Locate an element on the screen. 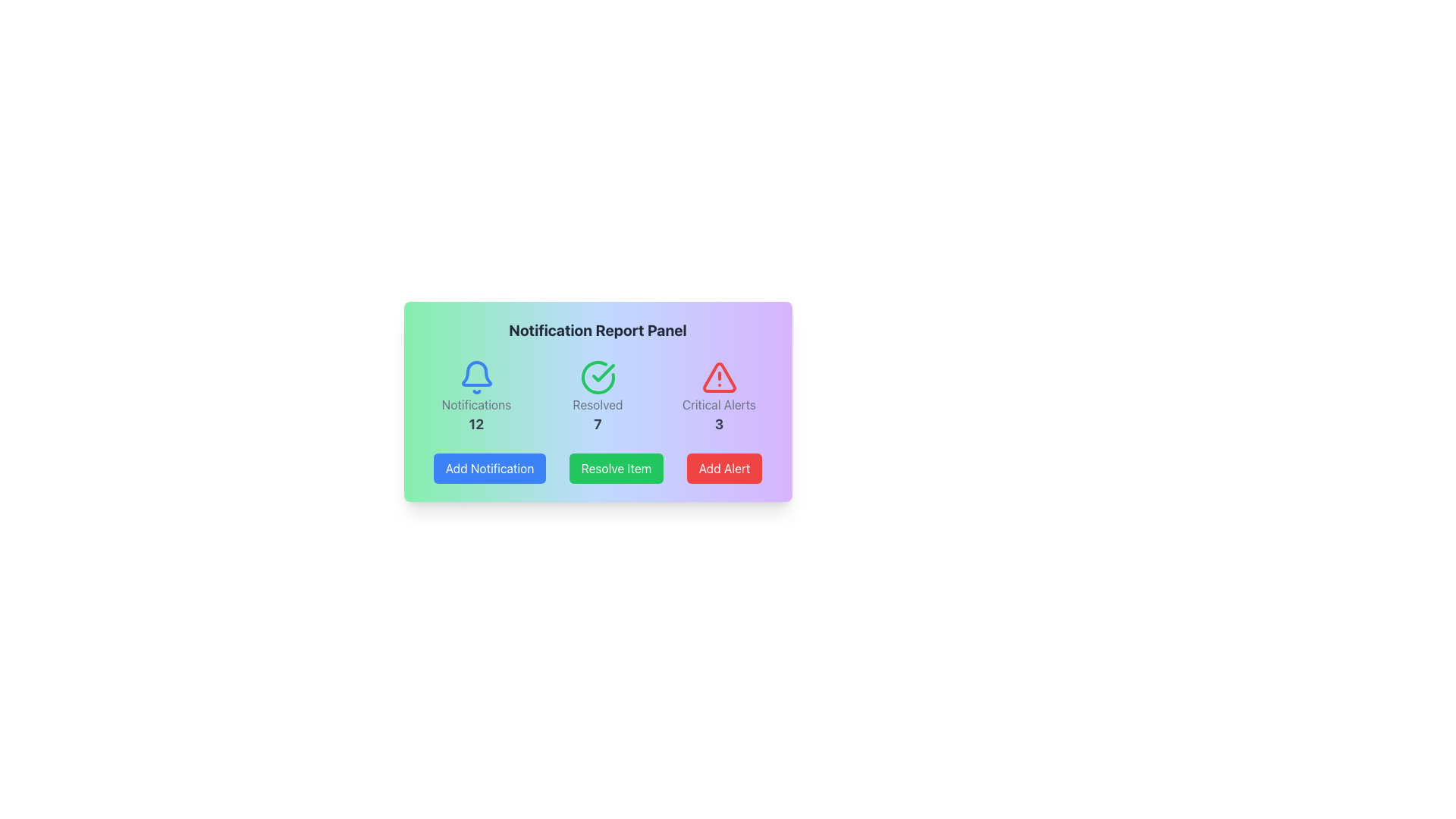  the Information Panel, which displays critical alerts or warnings, positioned to the far right in a horizontal group of three sections is located at coordinates (718, 397).